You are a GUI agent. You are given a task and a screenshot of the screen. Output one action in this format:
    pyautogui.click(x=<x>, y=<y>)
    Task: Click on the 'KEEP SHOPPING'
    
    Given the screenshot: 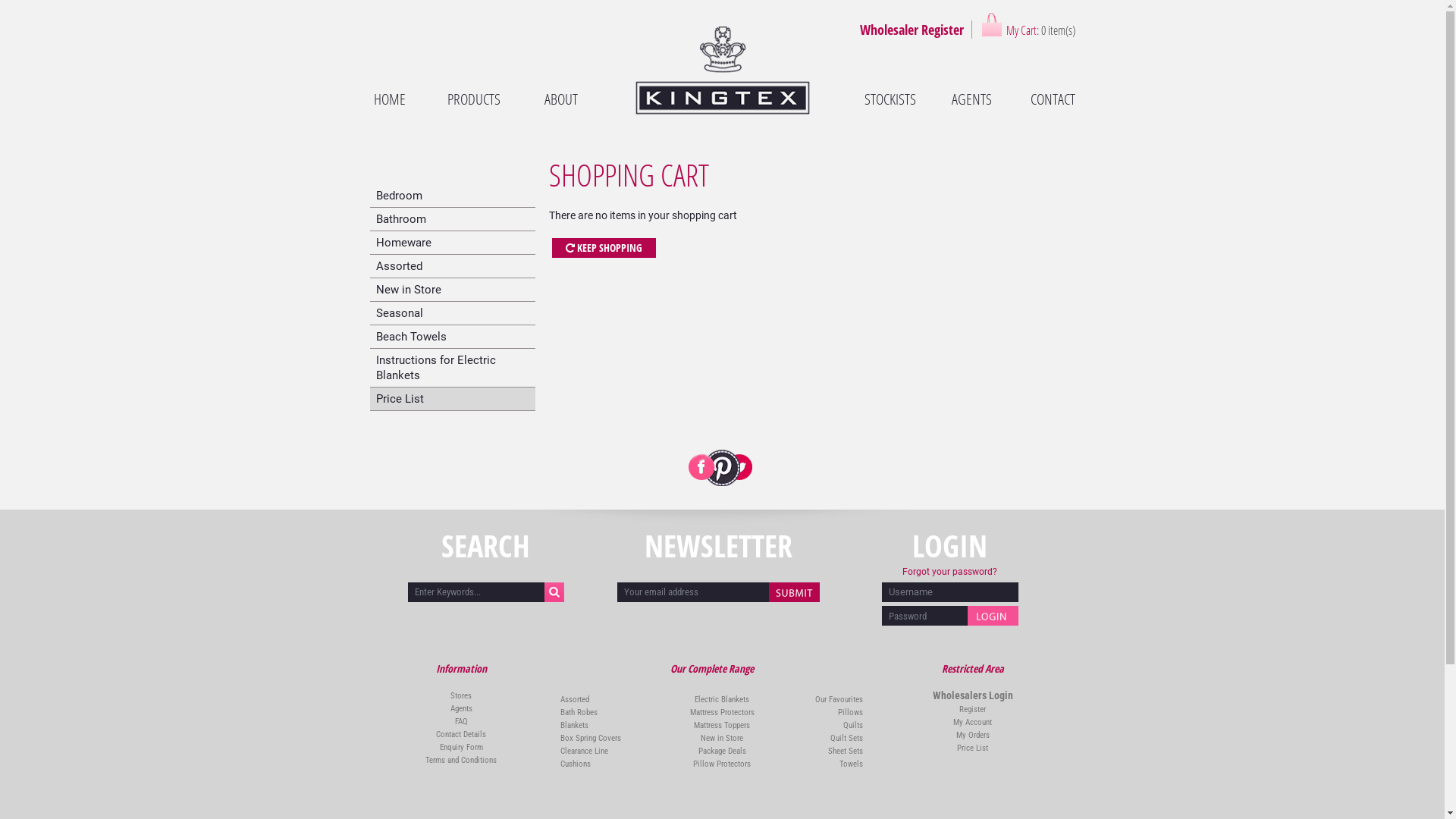 What is the action you would take?
    pyautogui.click(x=603, y=247)
    